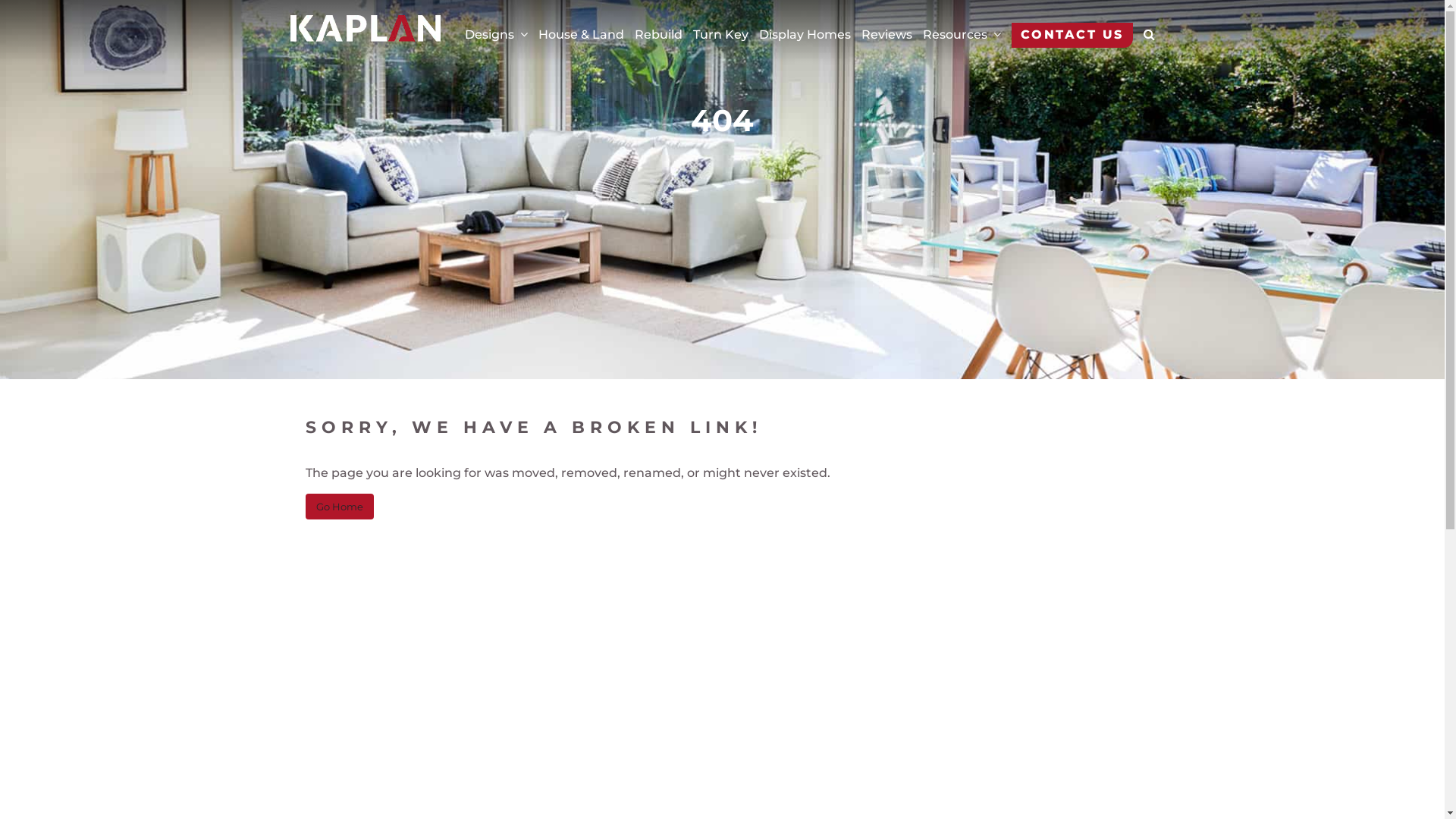 This screenshot has height=819, width=1456. What do you see at coordinates (538, 34) in the screenshot?
I see `'House & Land'` at bounding box center [538, 34].